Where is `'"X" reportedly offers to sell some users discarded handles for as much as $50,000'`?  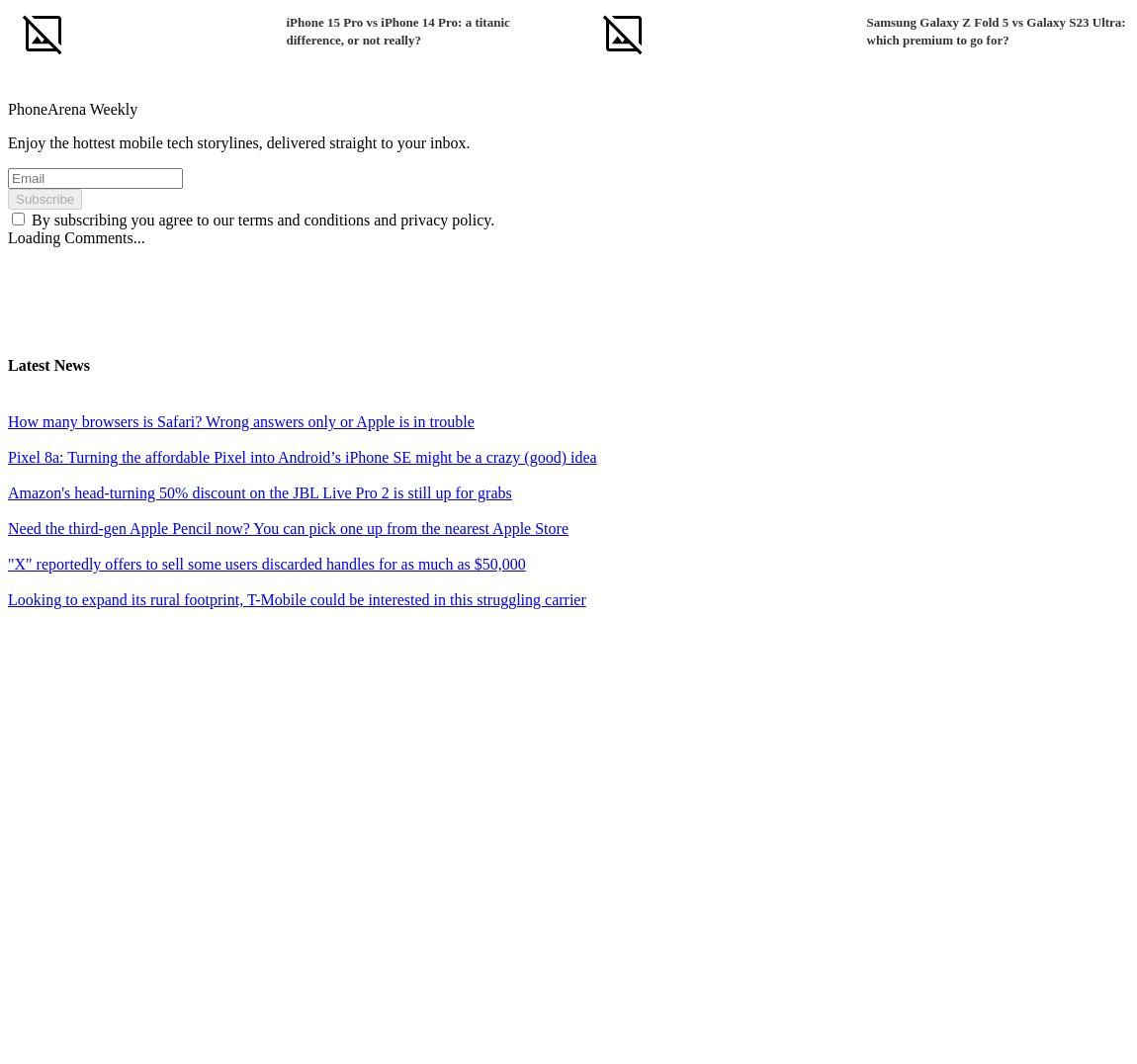 '"X" reportedly offers to sell some users discarded handles for as much as $50,000' is located at coordinates (7, 563).